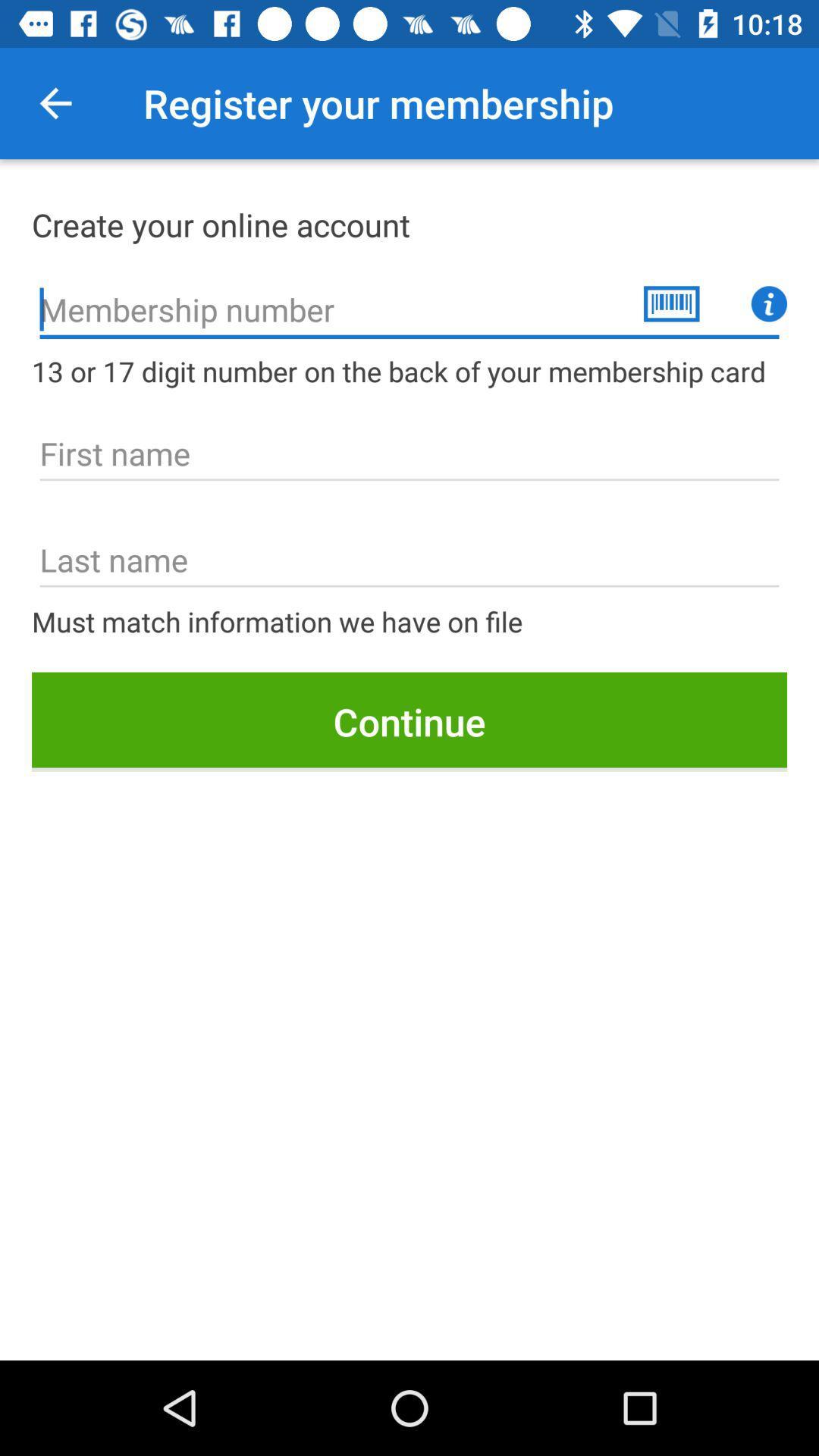 The image size is (819, 1456). Describe the element at coordinates (409, 453) in the screenshot. I see `the text field of first name` at that location.